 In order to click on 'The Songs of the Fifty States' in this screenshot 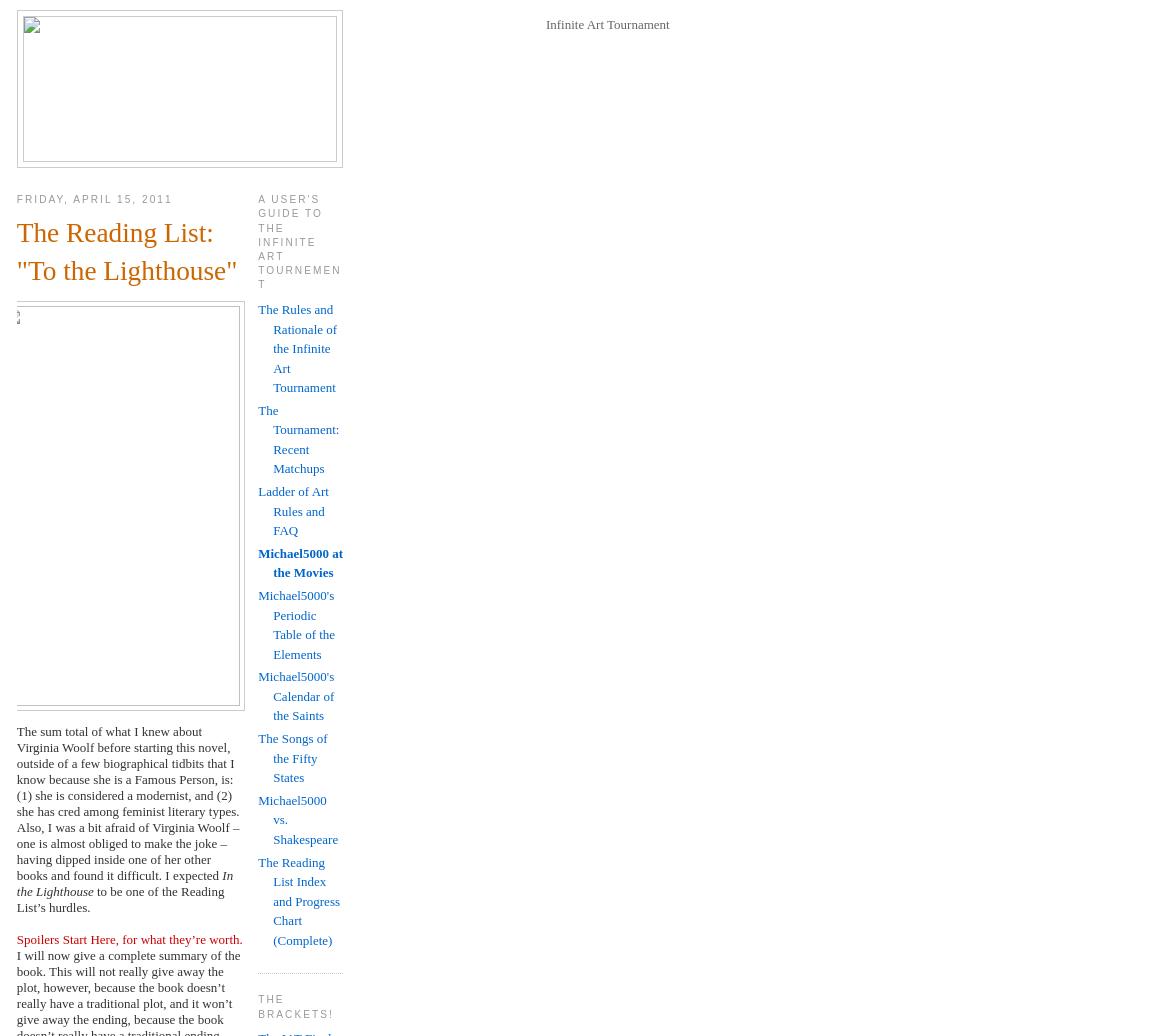, I will do `click(258, 758)`.